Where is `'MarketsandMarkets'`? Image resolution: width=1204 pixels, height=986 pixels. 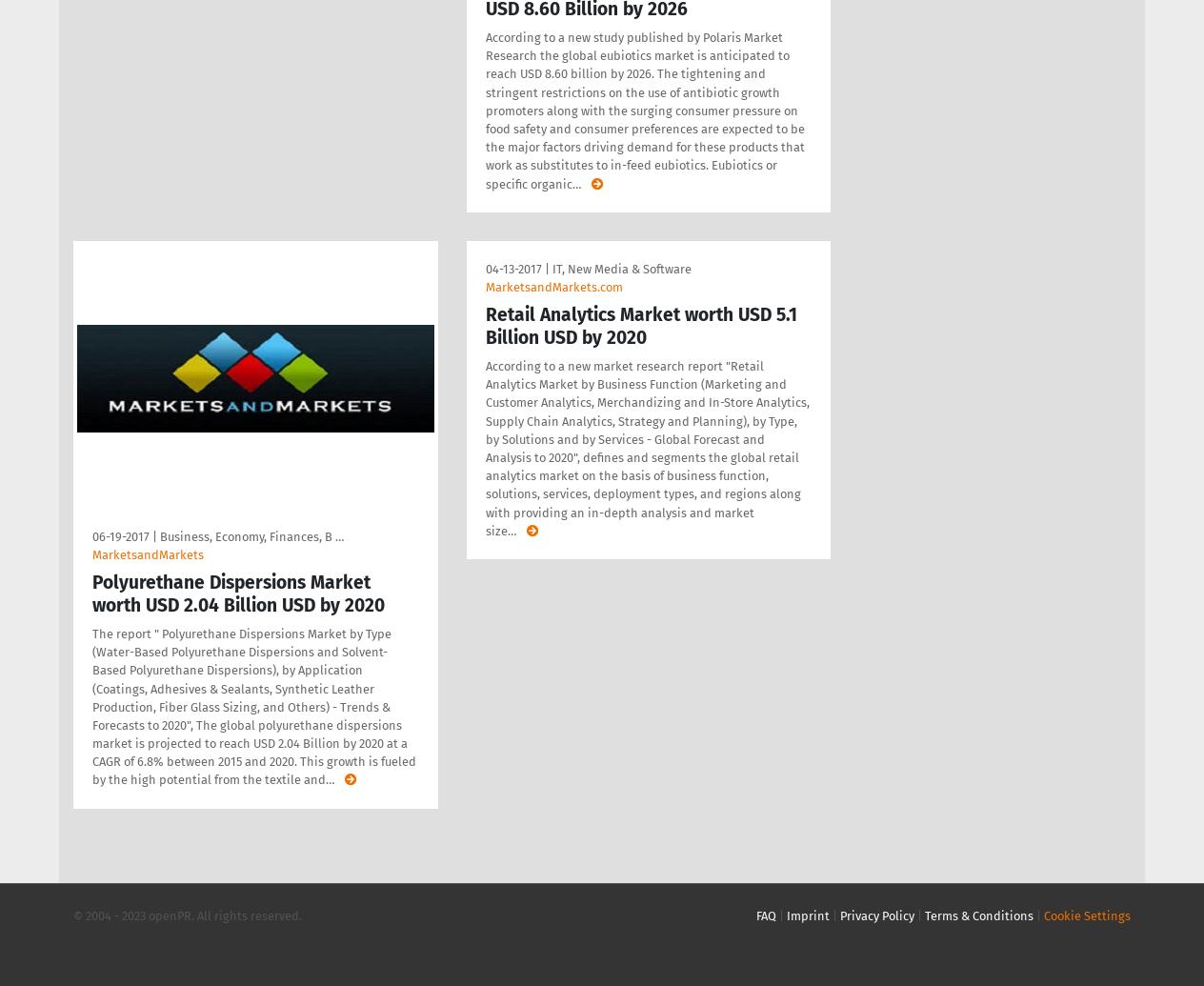 'MarketsandMarkets' is located at coordinates (147, 553).